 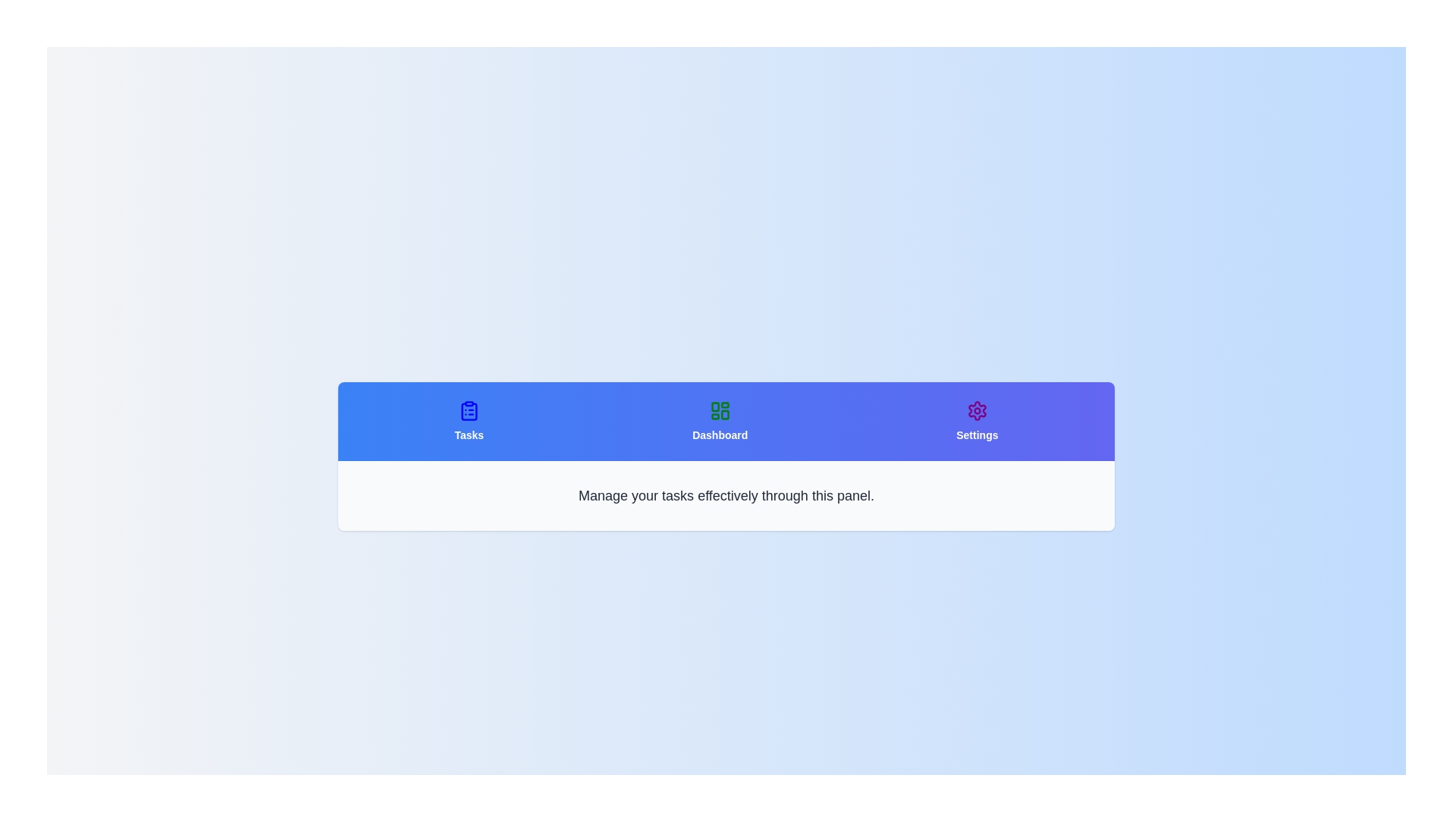 What do you see at coordinates (468, 421) in the screenshot?
I see `the Tasks tab by clicking on its button` at bounding box center [468, 421].